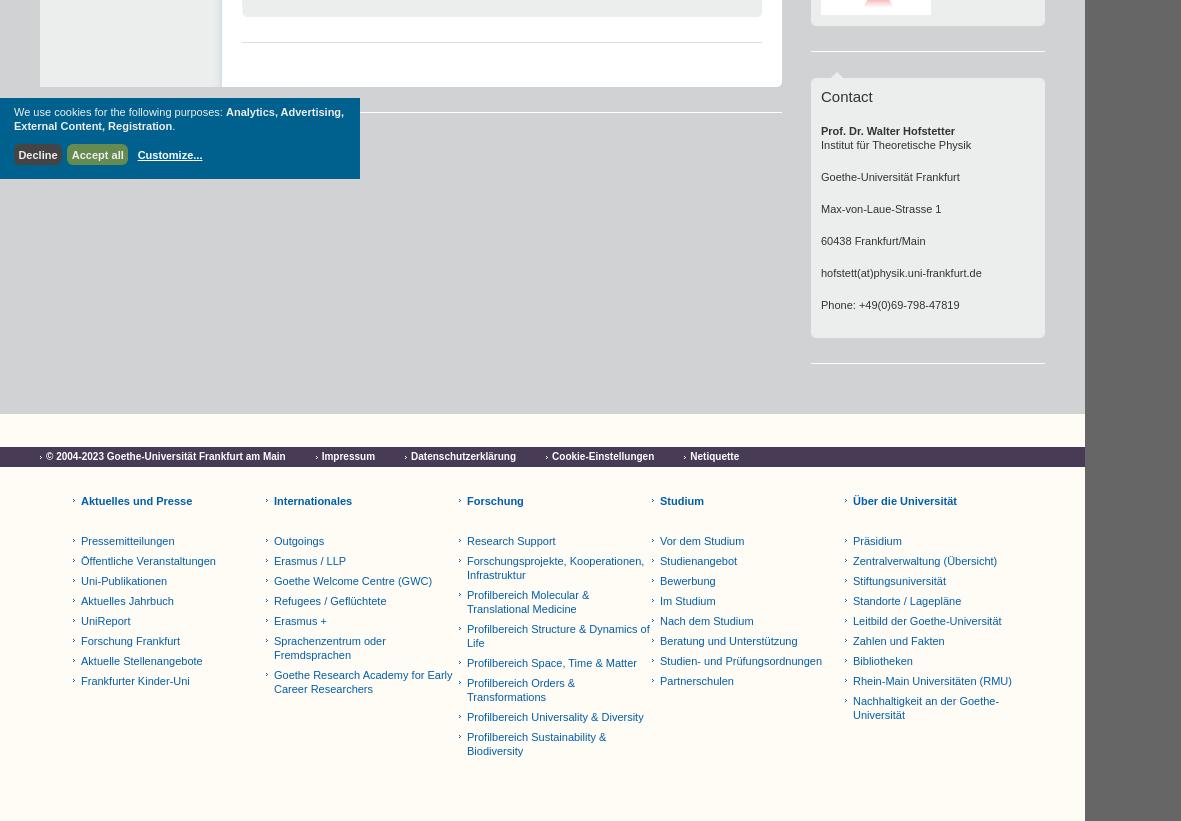  What do you see at coordinates (80, 600) in the screenshot?
I see `'Aktuelles Jahrbuch'` at bounding box center [80, 600].